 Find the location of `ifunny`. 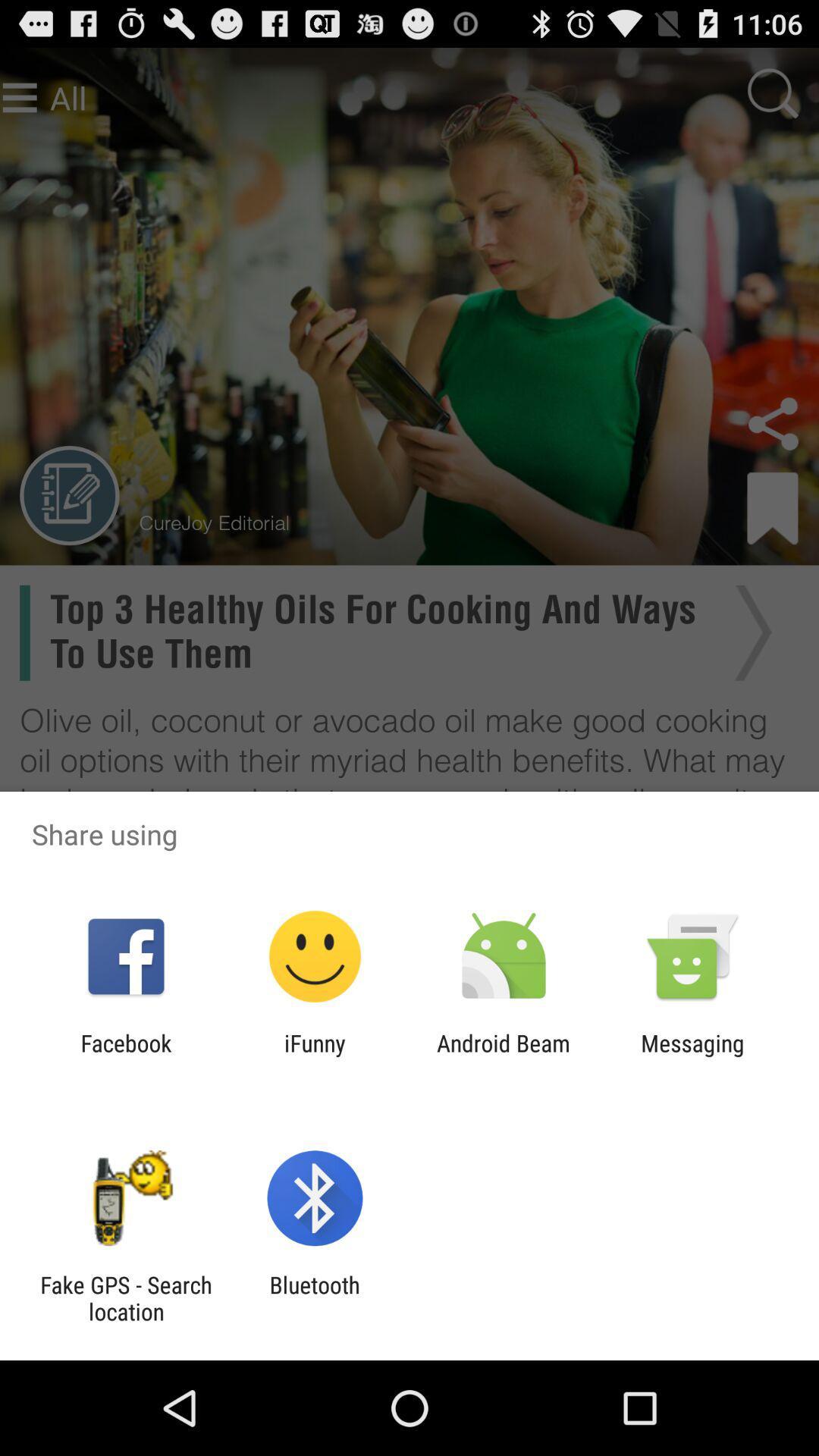

ifunny is located at coordinates (314, 1056).